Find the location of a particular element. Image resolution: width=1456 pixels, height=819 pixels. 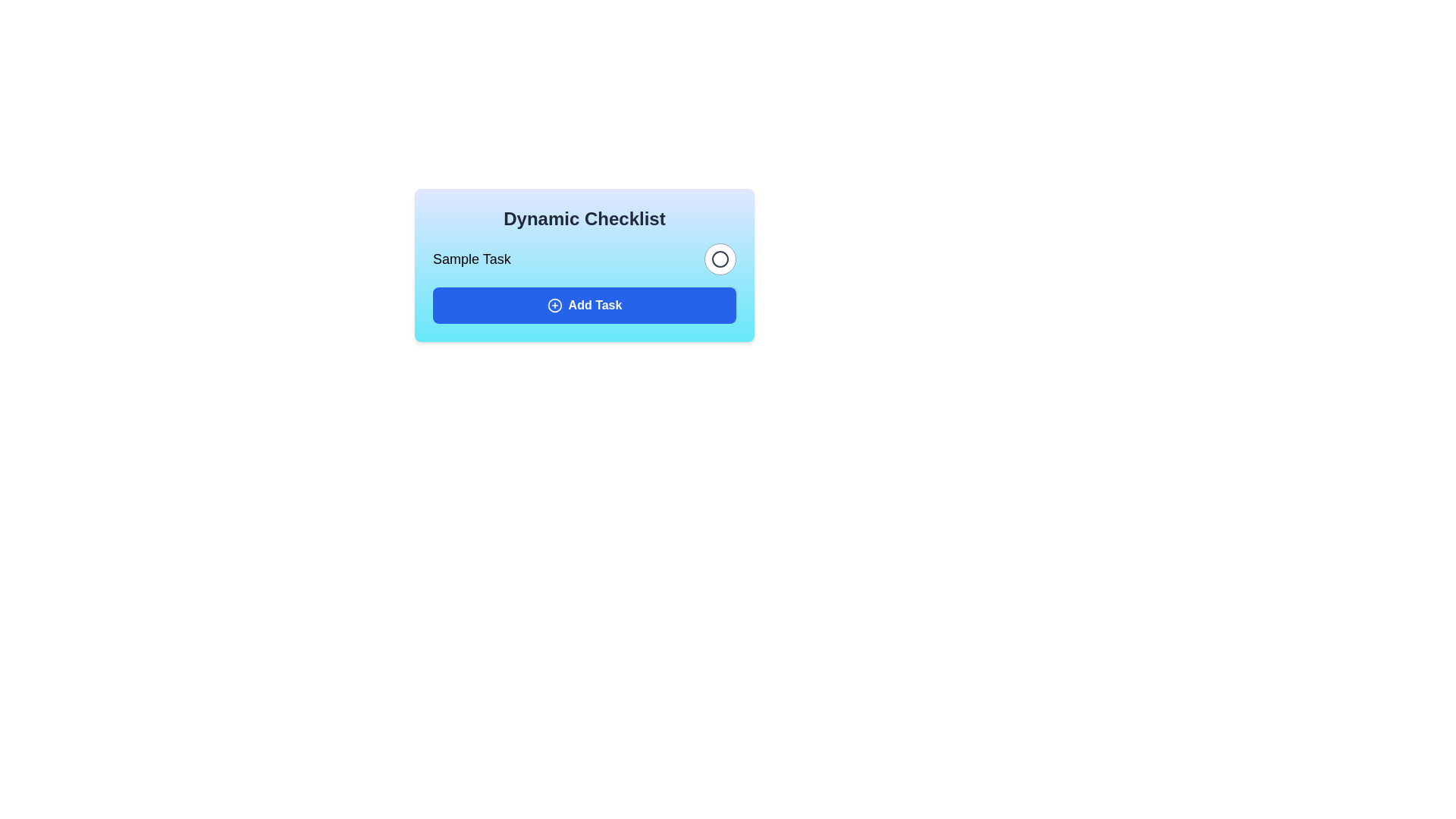

the 'Add Task' button to add a new task to the checklist is located at coordinates (584, 305).